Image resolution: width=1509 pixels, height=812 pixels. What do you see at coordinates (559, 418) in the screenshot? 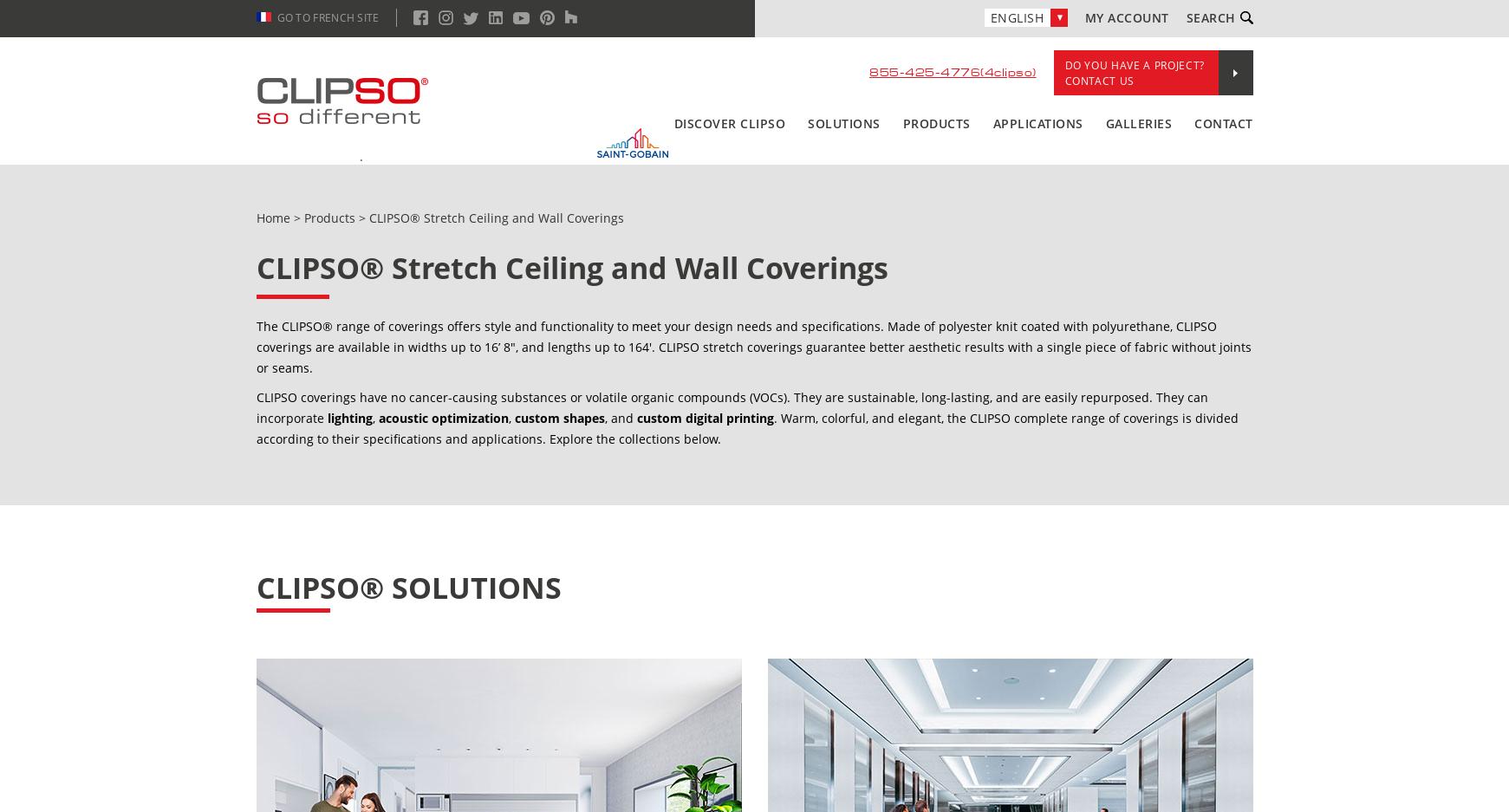
I see `'custom shapes'` at bounding box center [559, 418].